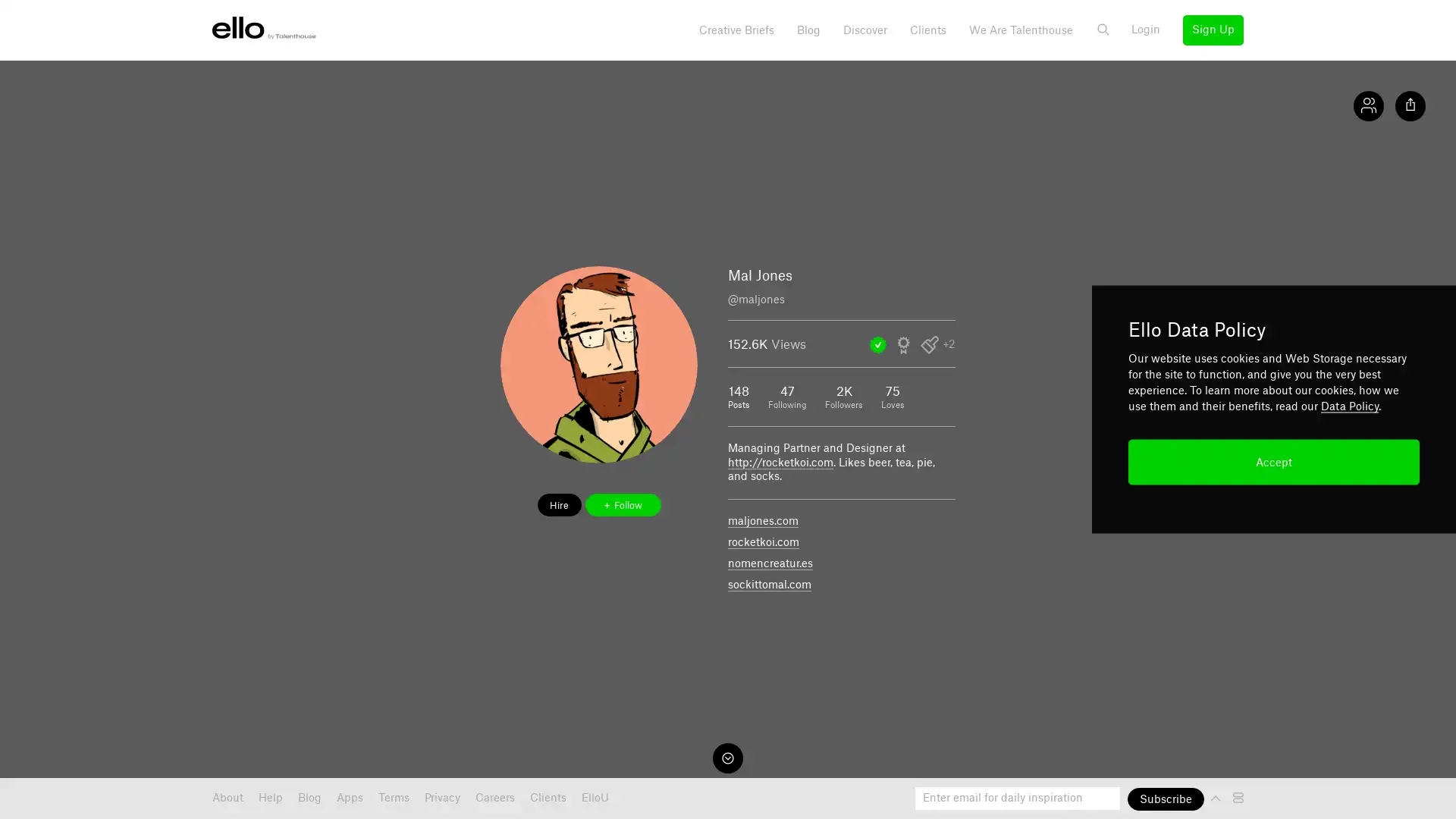 The height and width of the screenshot is (819, 1456). What do you see at coordinates (1274, 461) in the screenshot?
I see `Accept` at bounding box center [1274, 461].